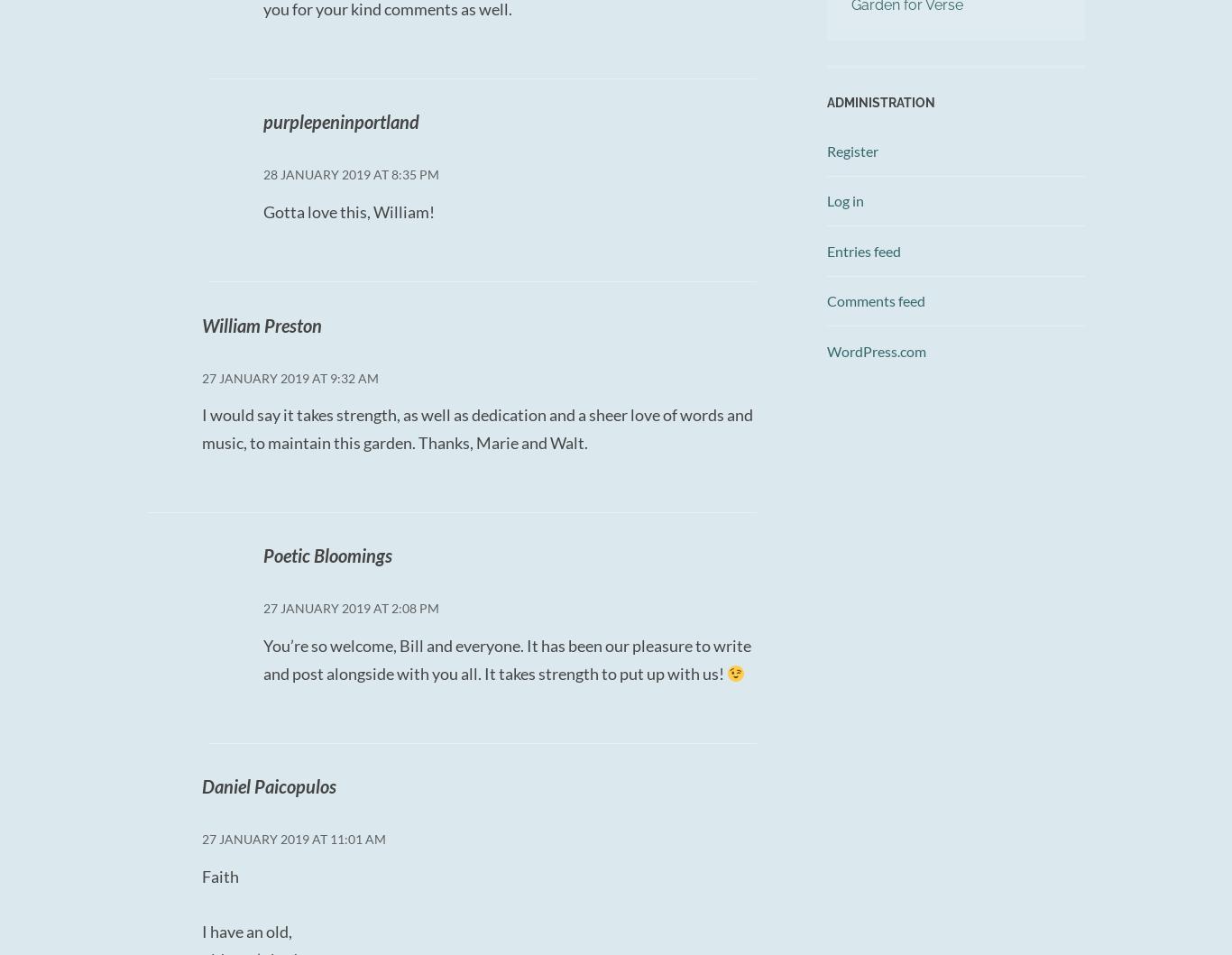  Describe the element at coordinates (826, 150) in the screenshot. I see `'Register'` at that location.